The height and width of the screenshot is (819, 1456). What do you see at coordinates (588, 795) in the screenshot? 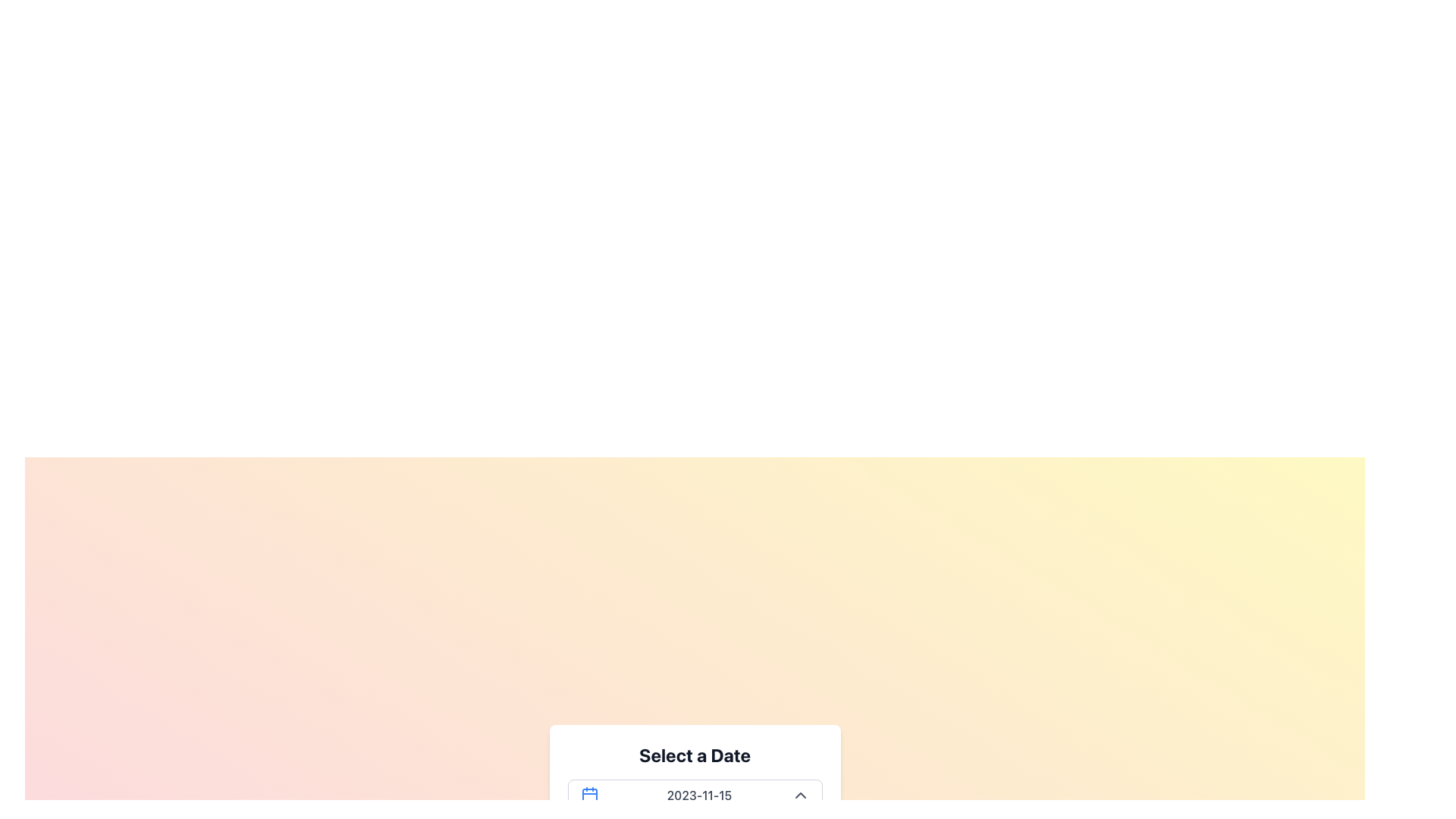
I see `the blue calendar icon located to the left of the text '2023-11-15'` at bounding box center [588, 795].